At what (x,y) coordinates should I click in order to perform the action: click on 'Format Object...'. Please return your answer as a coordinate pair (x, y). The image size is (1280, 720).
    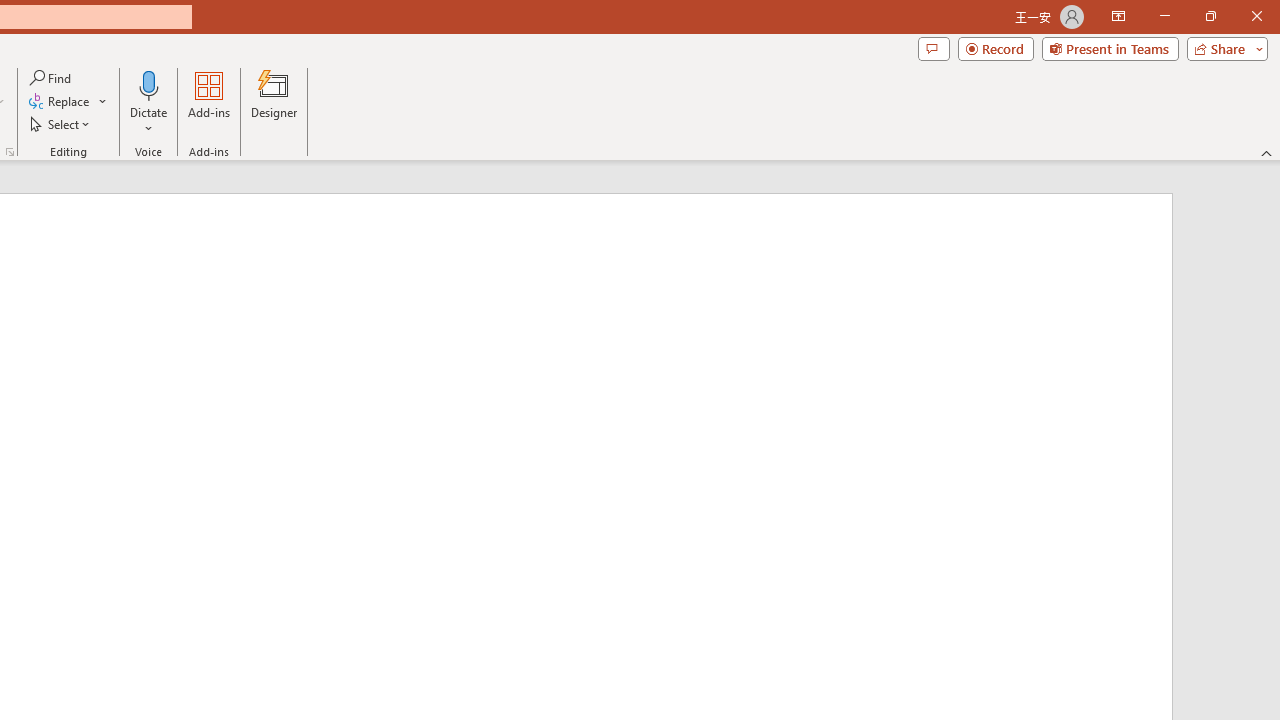
    Looking at the image, I should click on (10, 150).